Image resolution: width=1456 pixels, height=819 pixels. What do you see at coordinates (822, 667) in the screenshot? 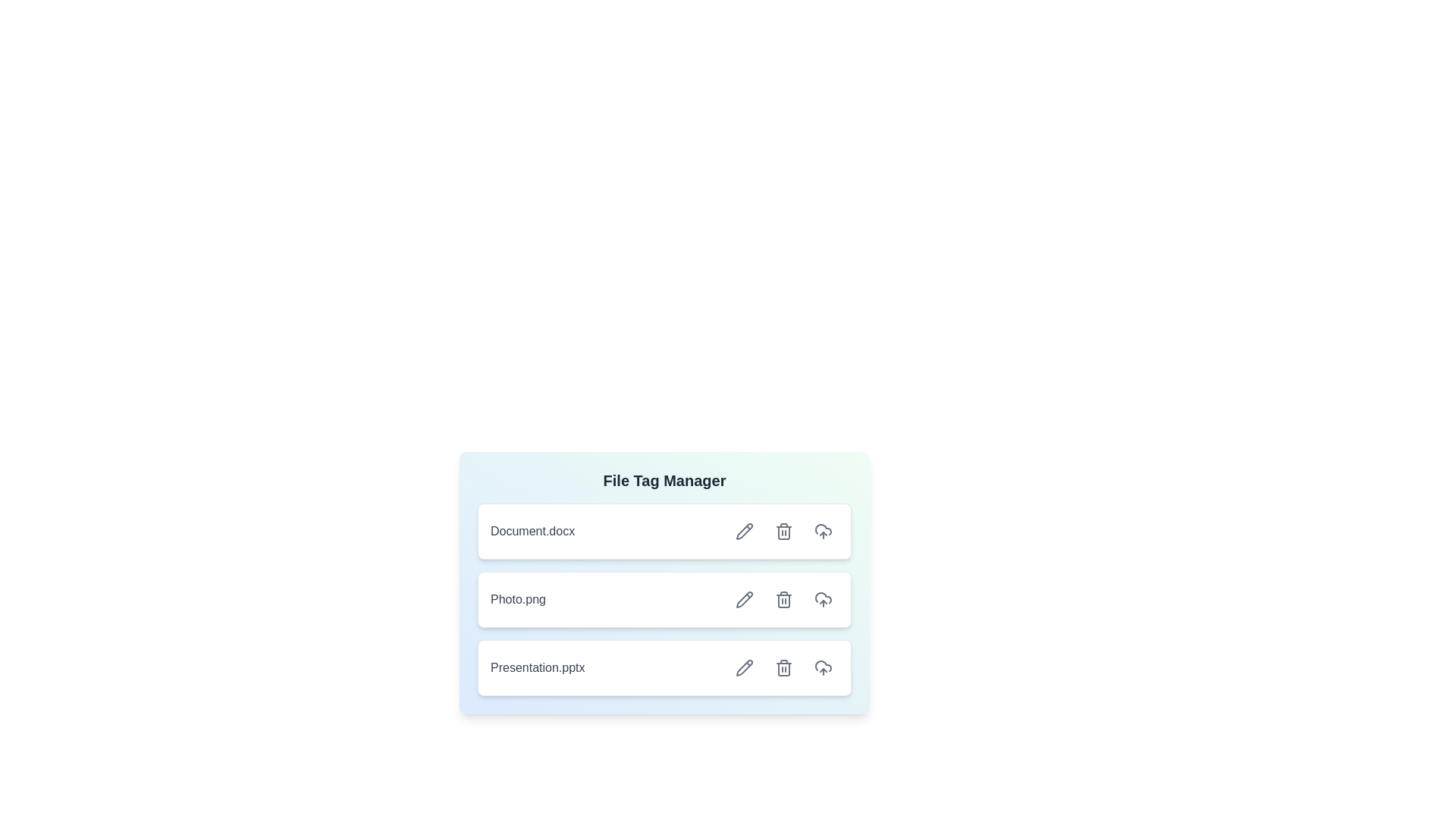
I see `upload button for the file Presentation.pptx` at bounding box center [822, 667].